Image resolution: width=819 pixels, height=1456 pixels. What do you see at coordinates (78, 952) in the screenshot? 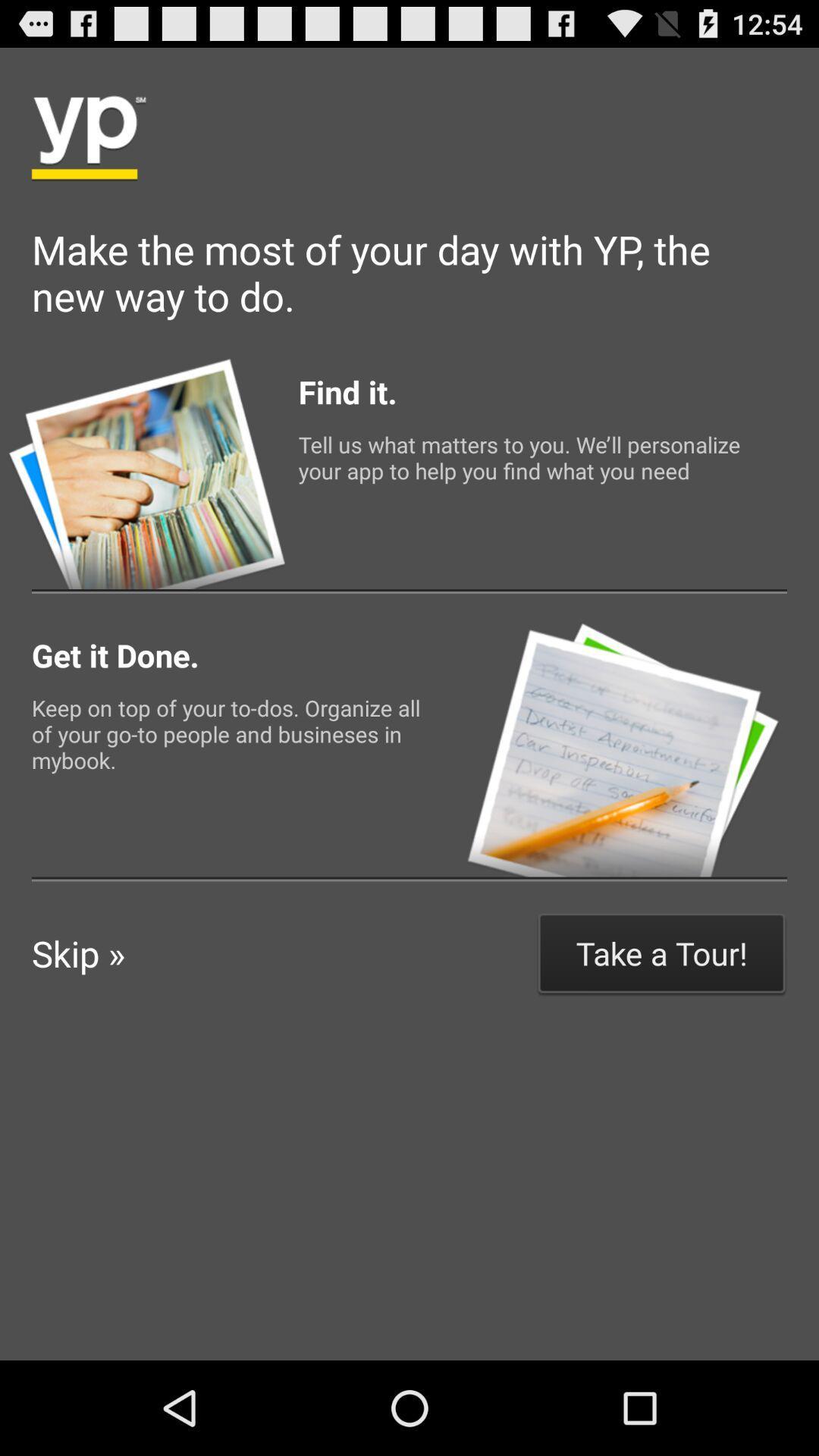
I see `icon next to take a tour! button` at bounding box center [78, 952].